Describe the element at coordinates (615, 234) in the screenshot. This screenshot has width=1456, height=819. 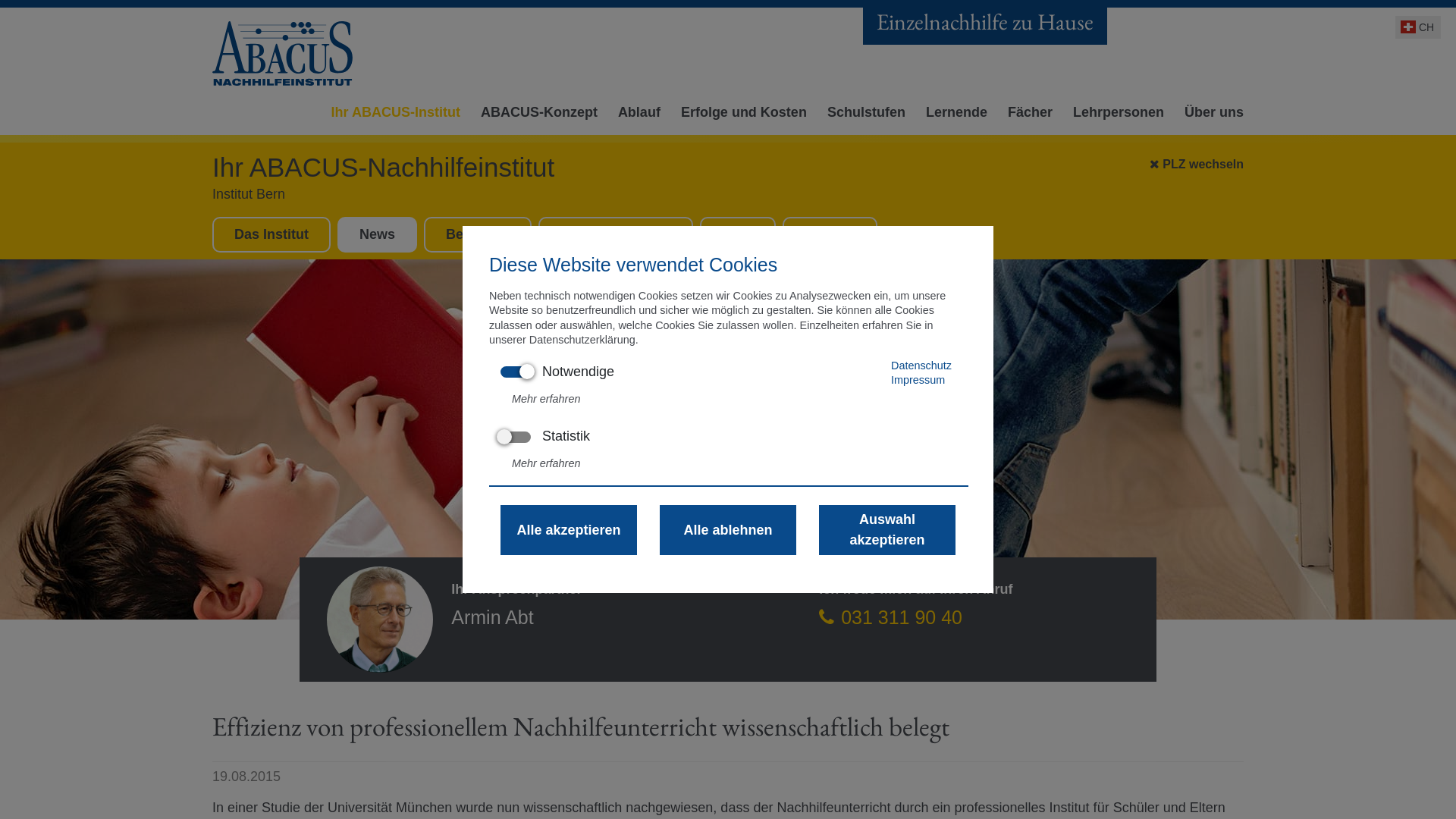
I see `'Nachhilfe vor Ort'` at that location.